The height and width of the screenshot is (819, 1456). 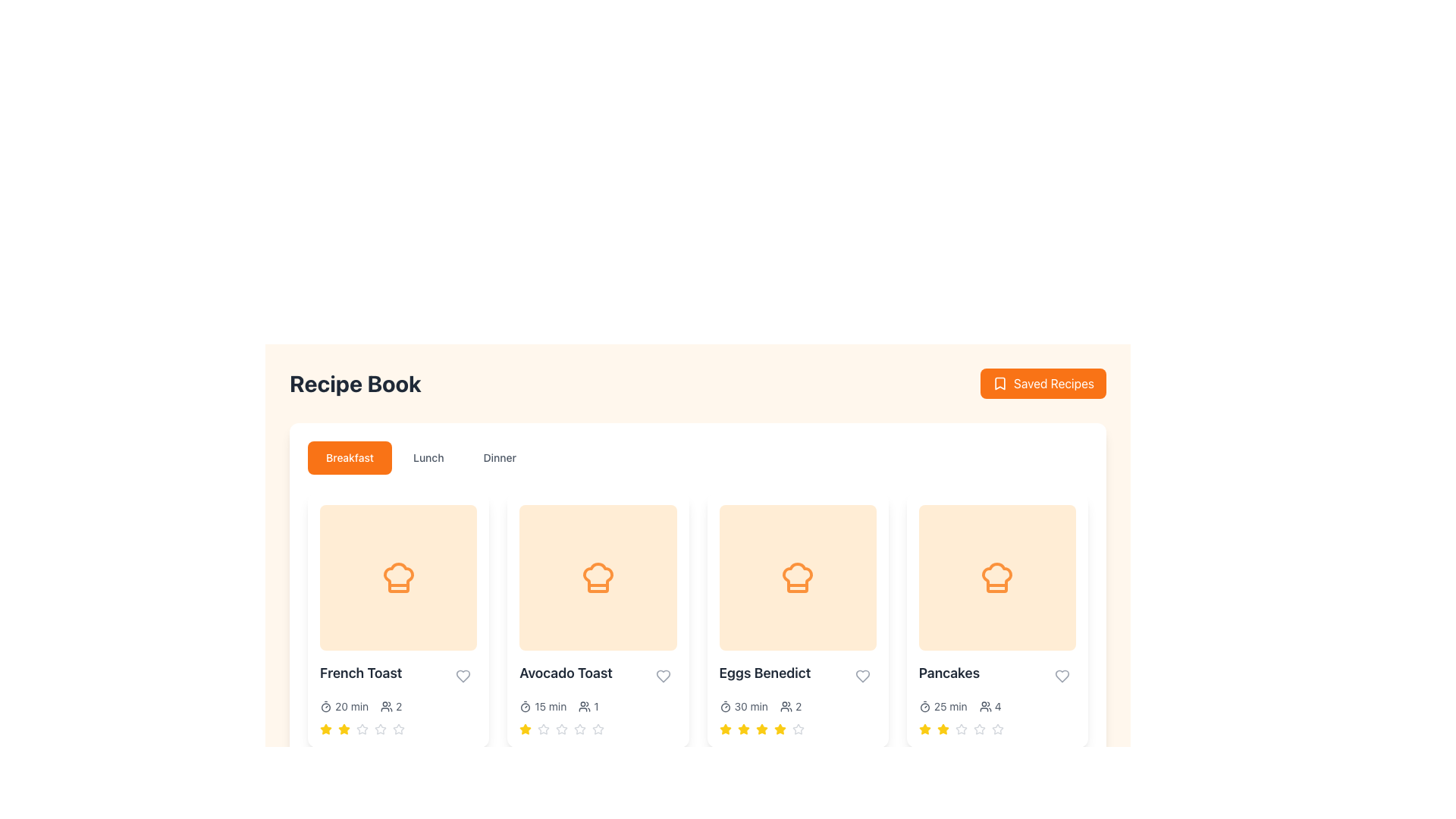 I want to click on text label displaying 'Avocado Toast' located beneath the chef's hat icon within the recipe card, so click(x=565, y=672).